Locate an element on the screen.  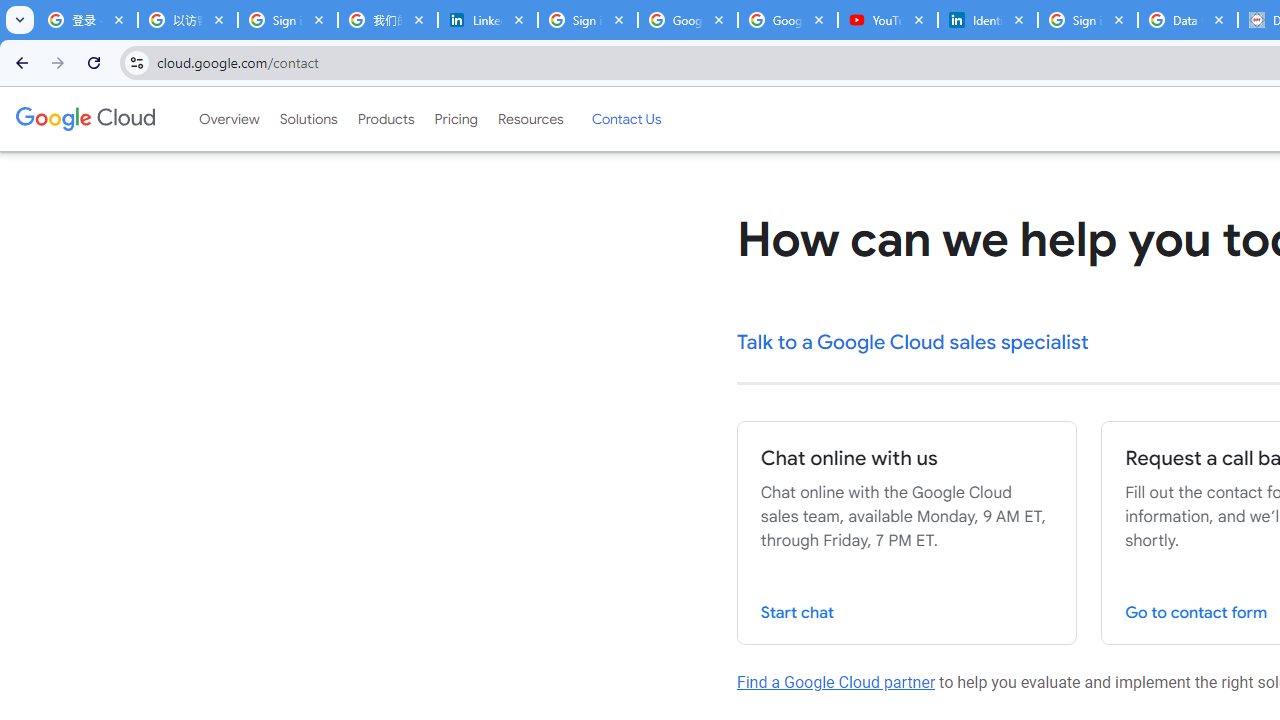
'Sign in - Google Accounts' is located at coordinates (1087, 20).